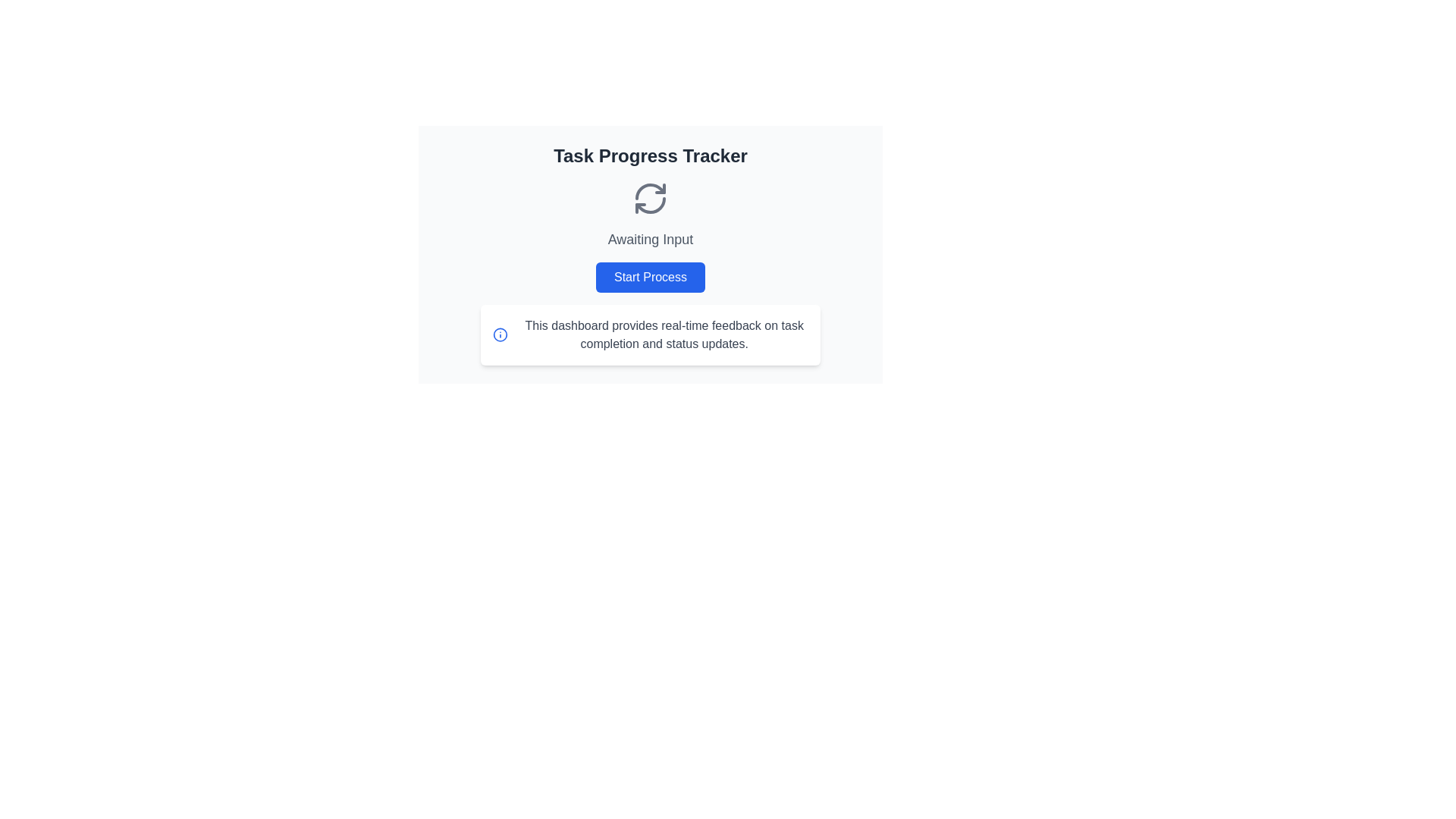  What do you see at coordinates (500, 334) in the screenshot?
I see `the blue circular info icon located to the left of the descriptive text about the dashboard's feedback and status updates` at bounding box center [500, 334].